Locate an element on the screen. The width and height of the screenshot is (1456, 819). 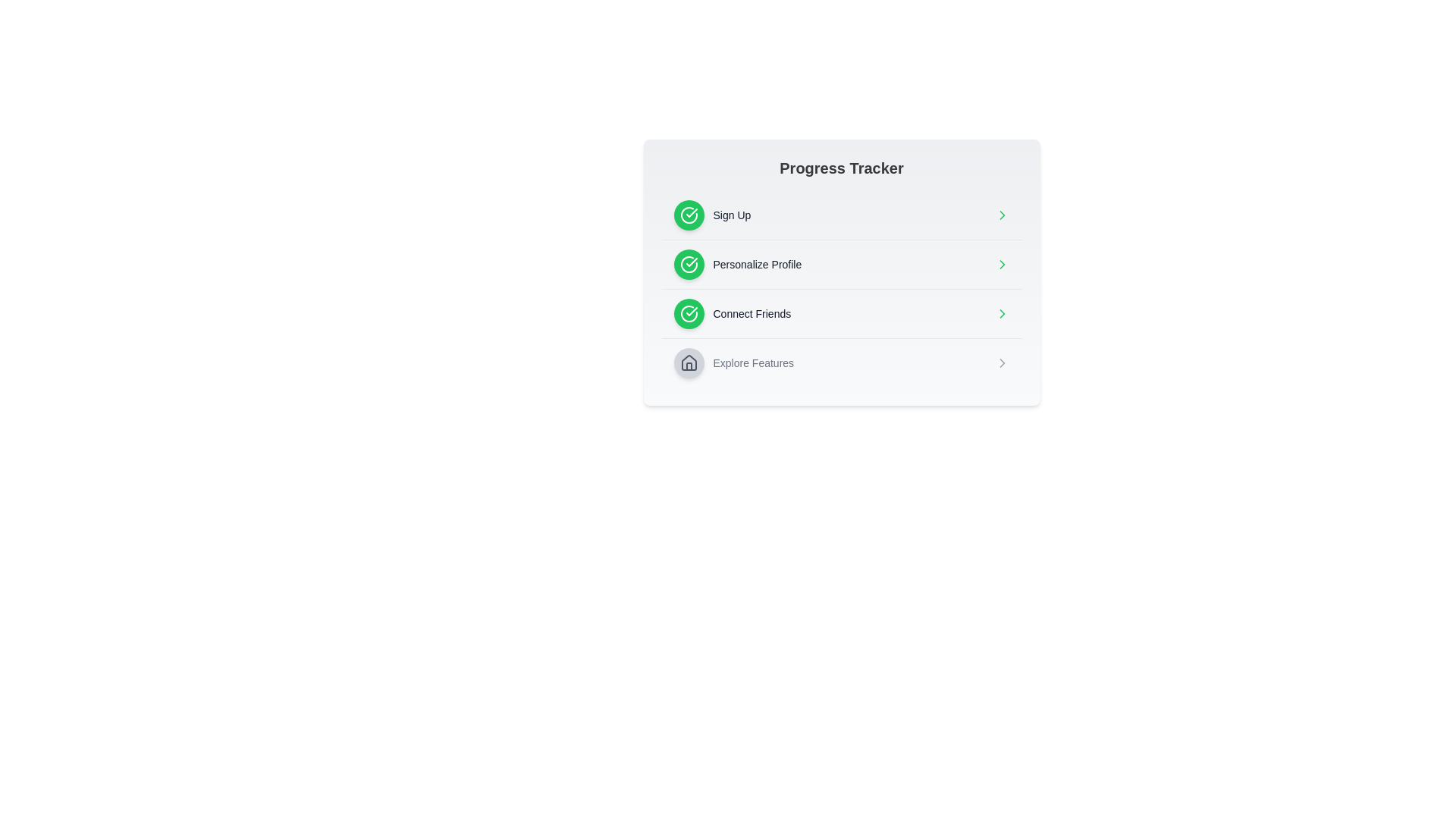
the right-pointing green chevron icon located at the far right of the 'Sign Up' list item is located at coordinates (1002, 215).